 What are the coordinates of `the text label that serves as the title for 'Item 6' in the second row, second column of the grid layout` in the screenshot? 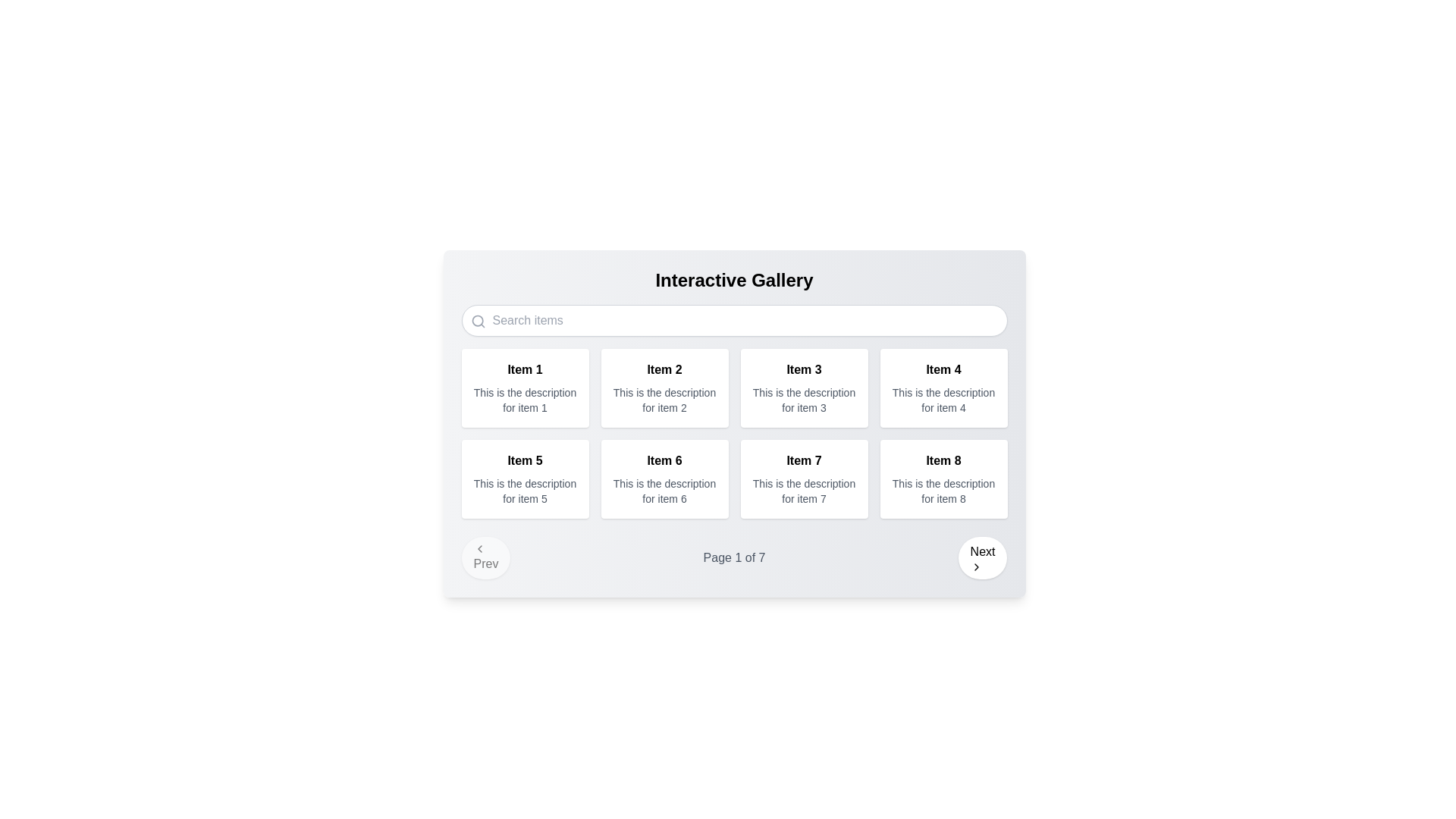 It's located at (664, 460).